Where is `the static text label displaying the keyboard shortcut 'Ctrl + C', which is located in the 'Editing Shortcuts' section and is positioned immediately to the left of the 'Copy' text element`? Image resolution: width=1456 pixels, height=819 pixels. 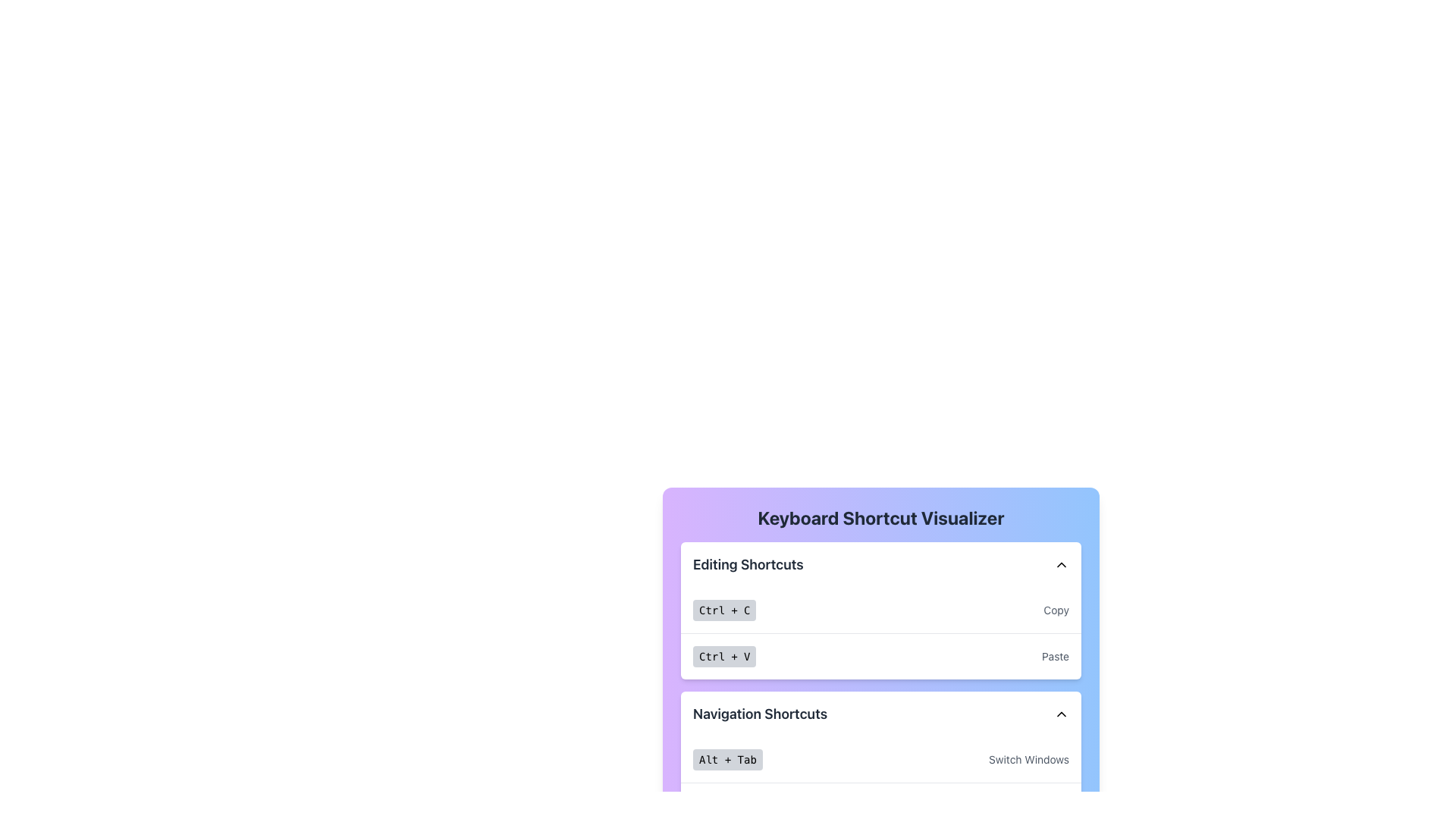 the static text label displaying the keyboard shortcut 'Ctrl + C', which is located in the 'Editing Shortcuts' section and is positioned immediately to the left of the 'Copy' text element is located at coordinates (723, 610).